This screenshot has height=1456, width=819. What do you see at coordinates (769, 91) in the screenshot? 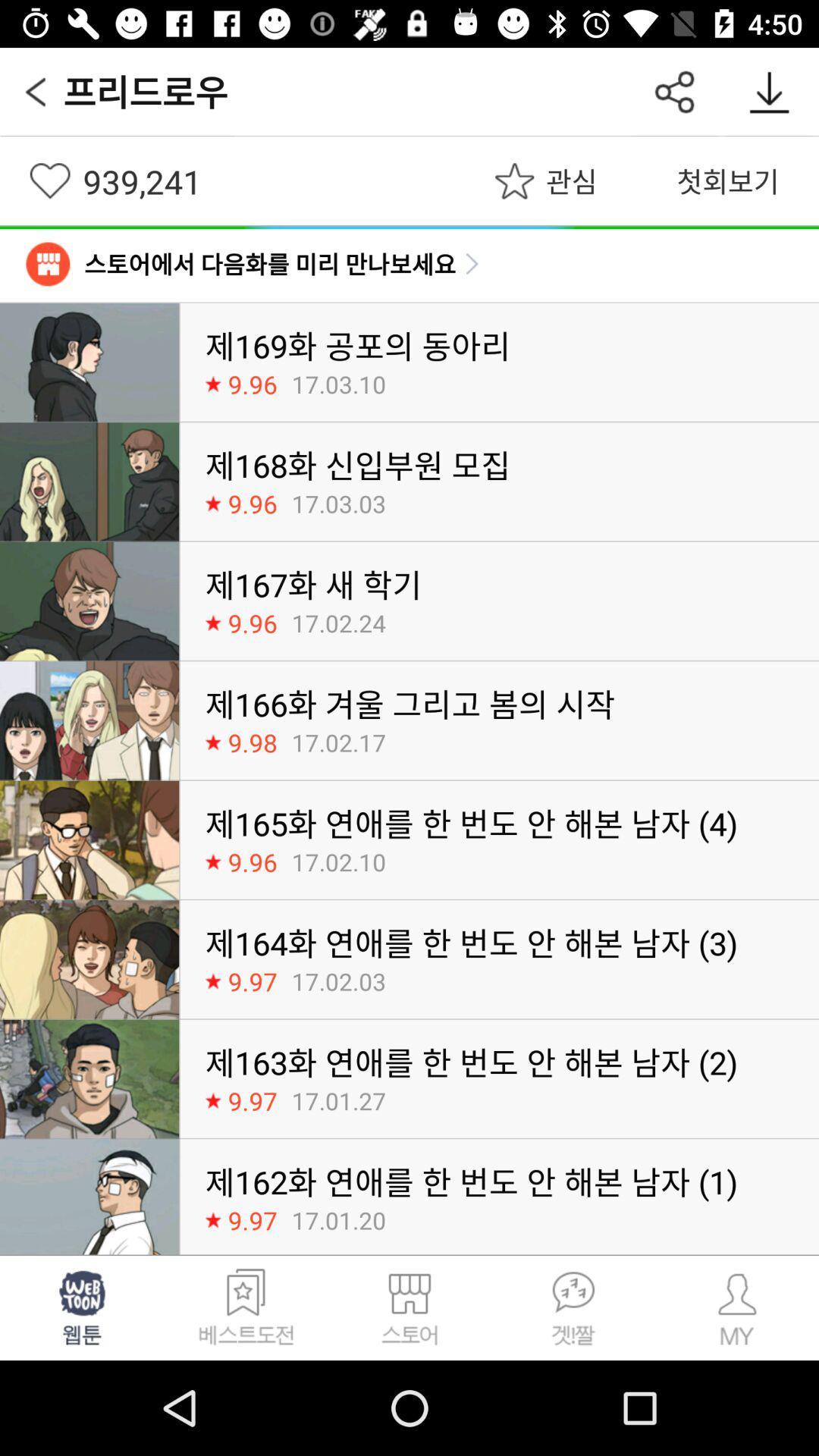
I see `the download icon at the extreme top right corner of the page` at bounding box center [769, 91].